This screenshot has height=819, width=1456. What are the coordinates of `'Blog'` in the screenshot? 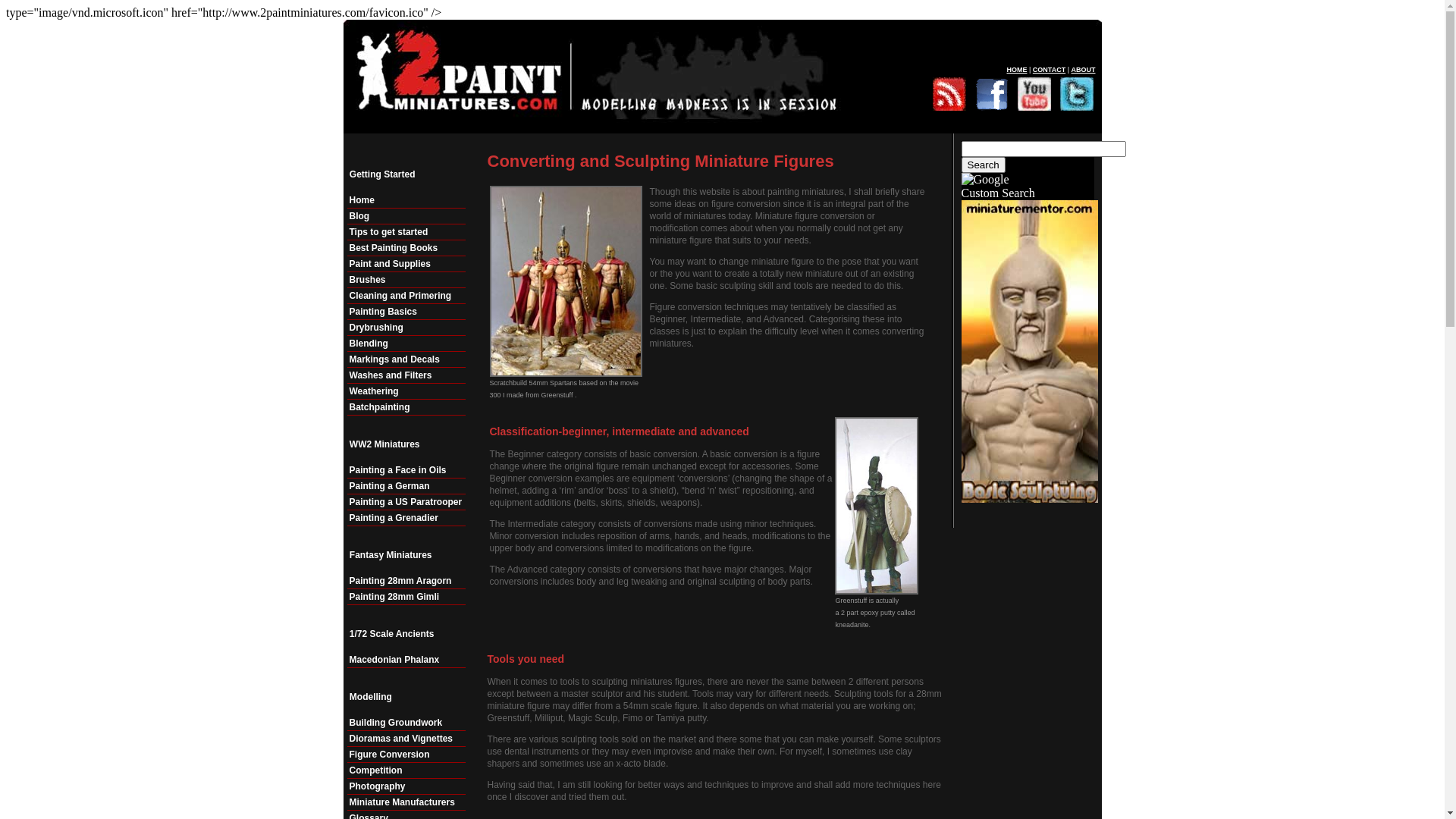 It's located at (346, 216).